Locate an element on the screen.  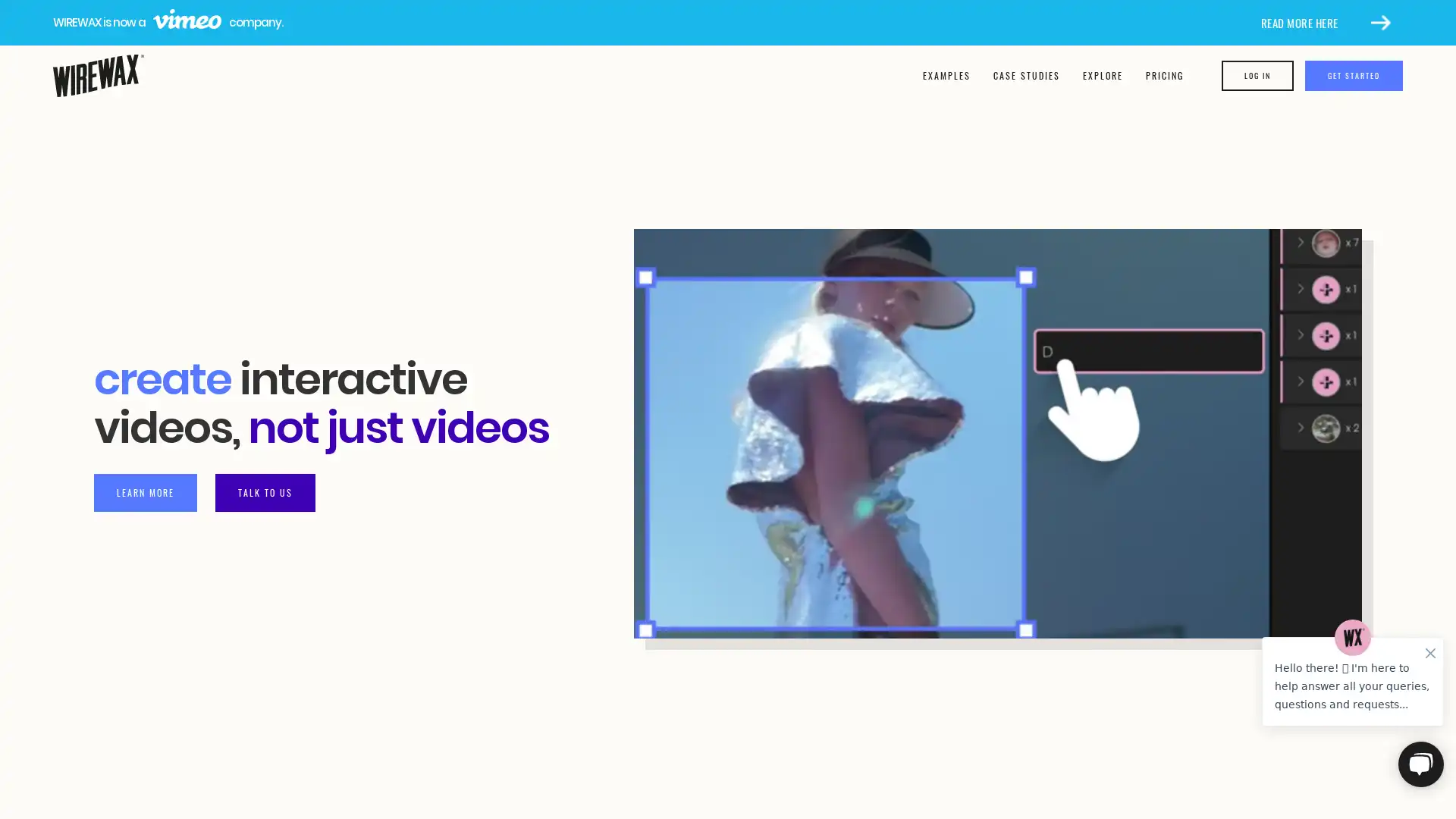
LOG IN is located at coordinates (1257, 76).